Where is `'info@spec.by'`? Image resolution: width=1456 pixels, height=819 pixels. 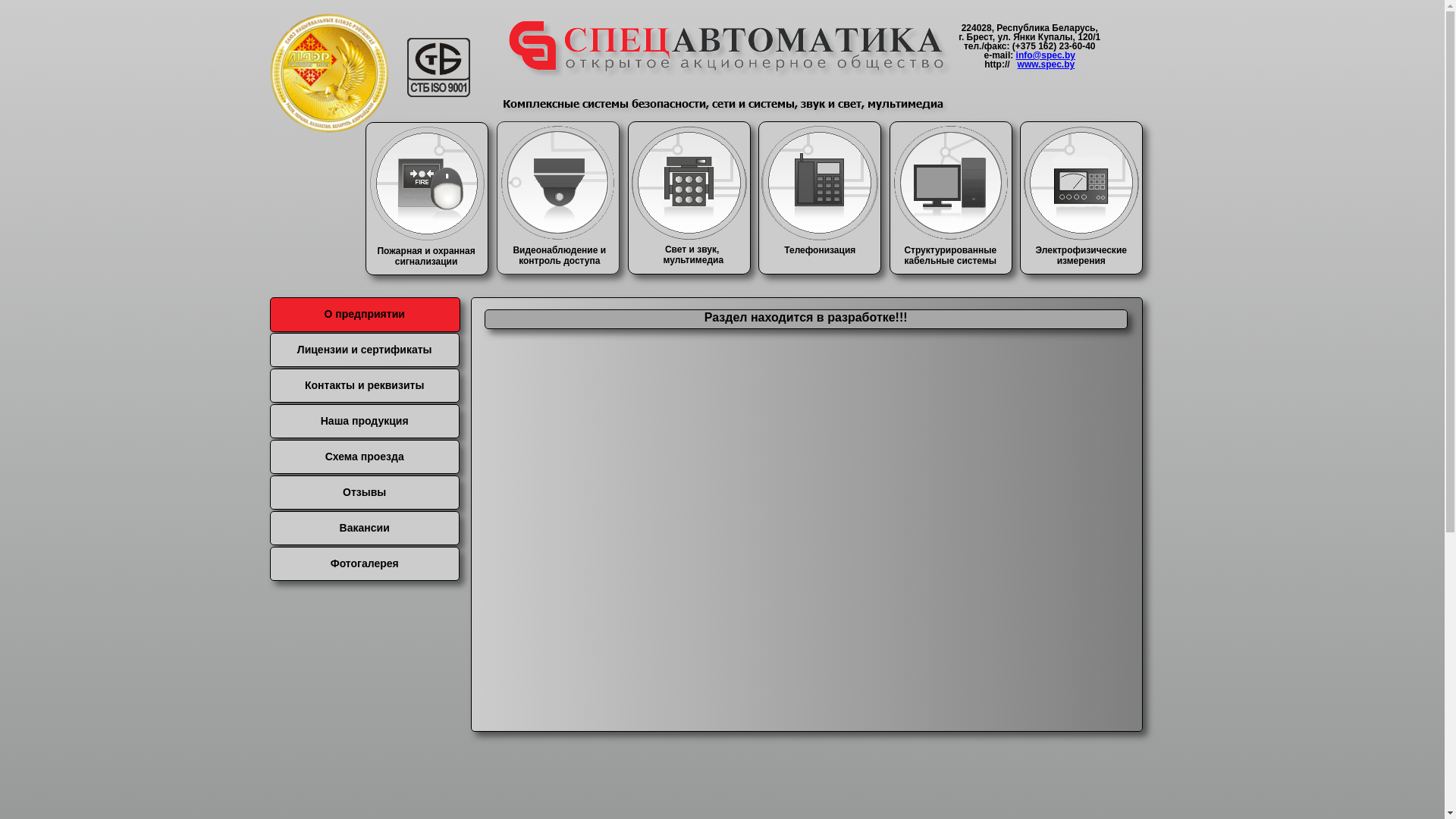
'info@spec.by' is located at coordinates (1044, 55).